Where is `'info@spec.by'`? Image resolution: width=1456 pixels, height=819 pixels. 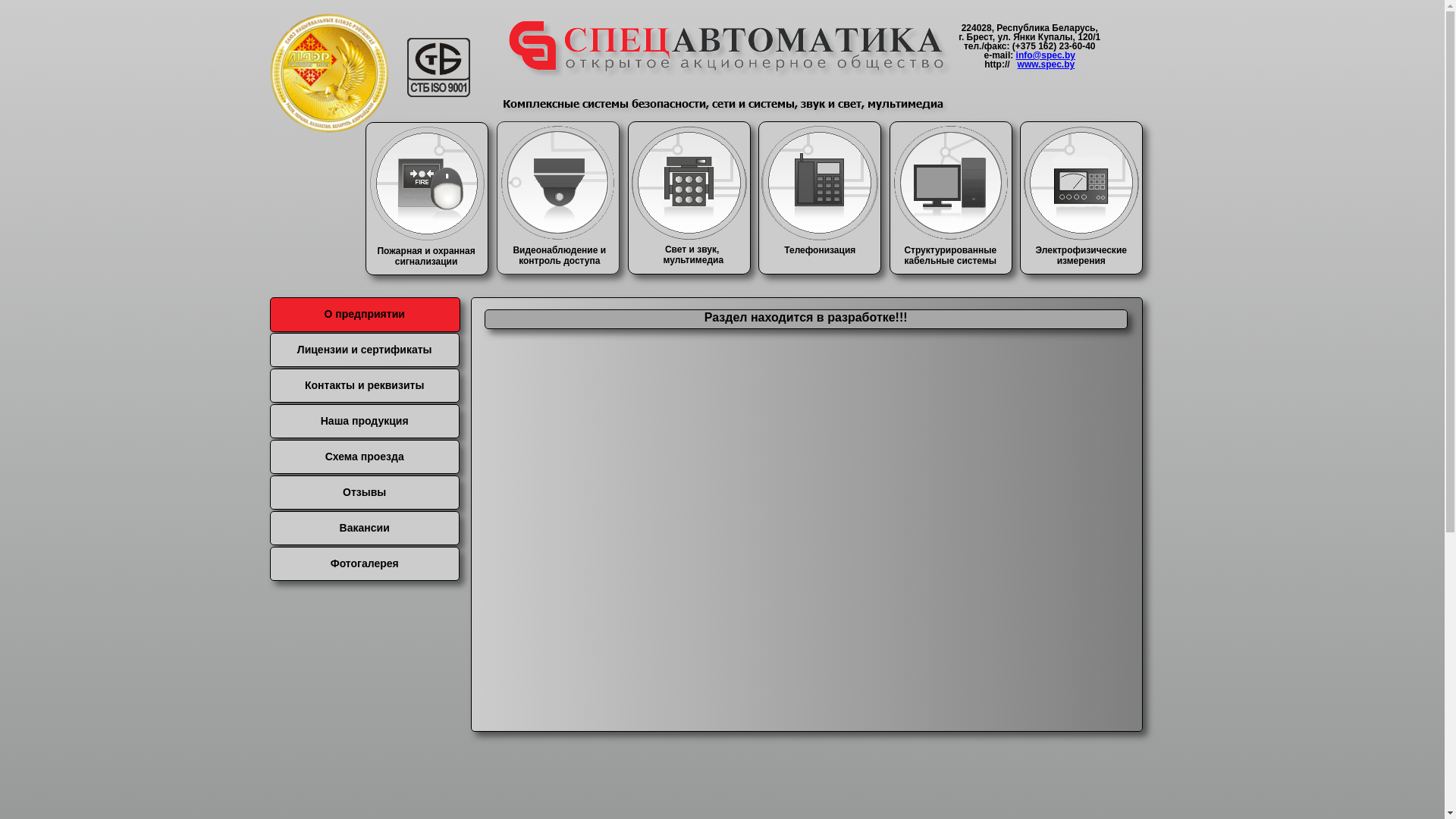
'info@spec.by' is located at coordinates (1044, 55).